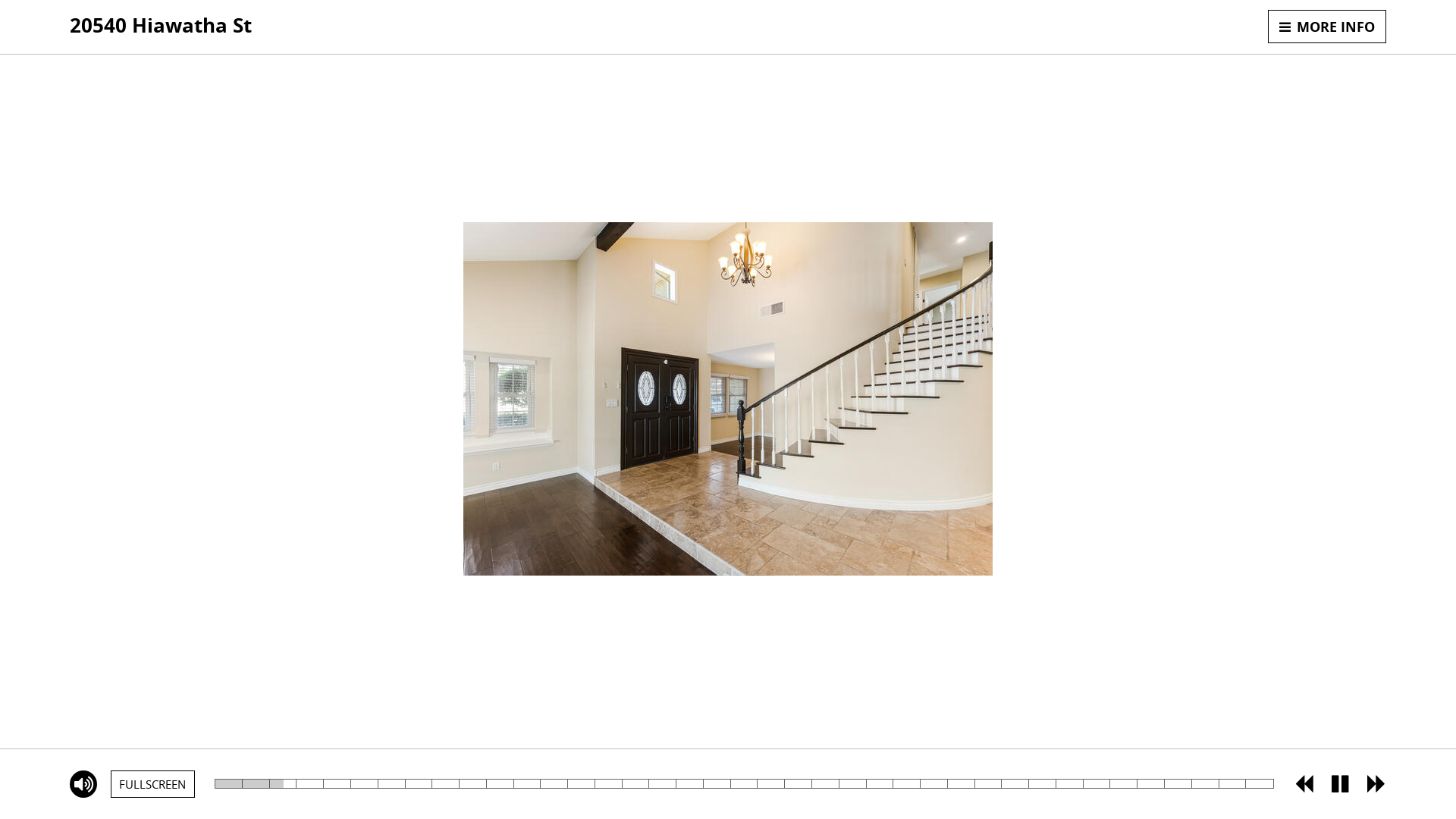 This screenshot has height=819, width=1456. What do you see at coordinates (1326, 26) in the screenshot?
I see `'MORE INFO'` at bounding box center [1326, 26].